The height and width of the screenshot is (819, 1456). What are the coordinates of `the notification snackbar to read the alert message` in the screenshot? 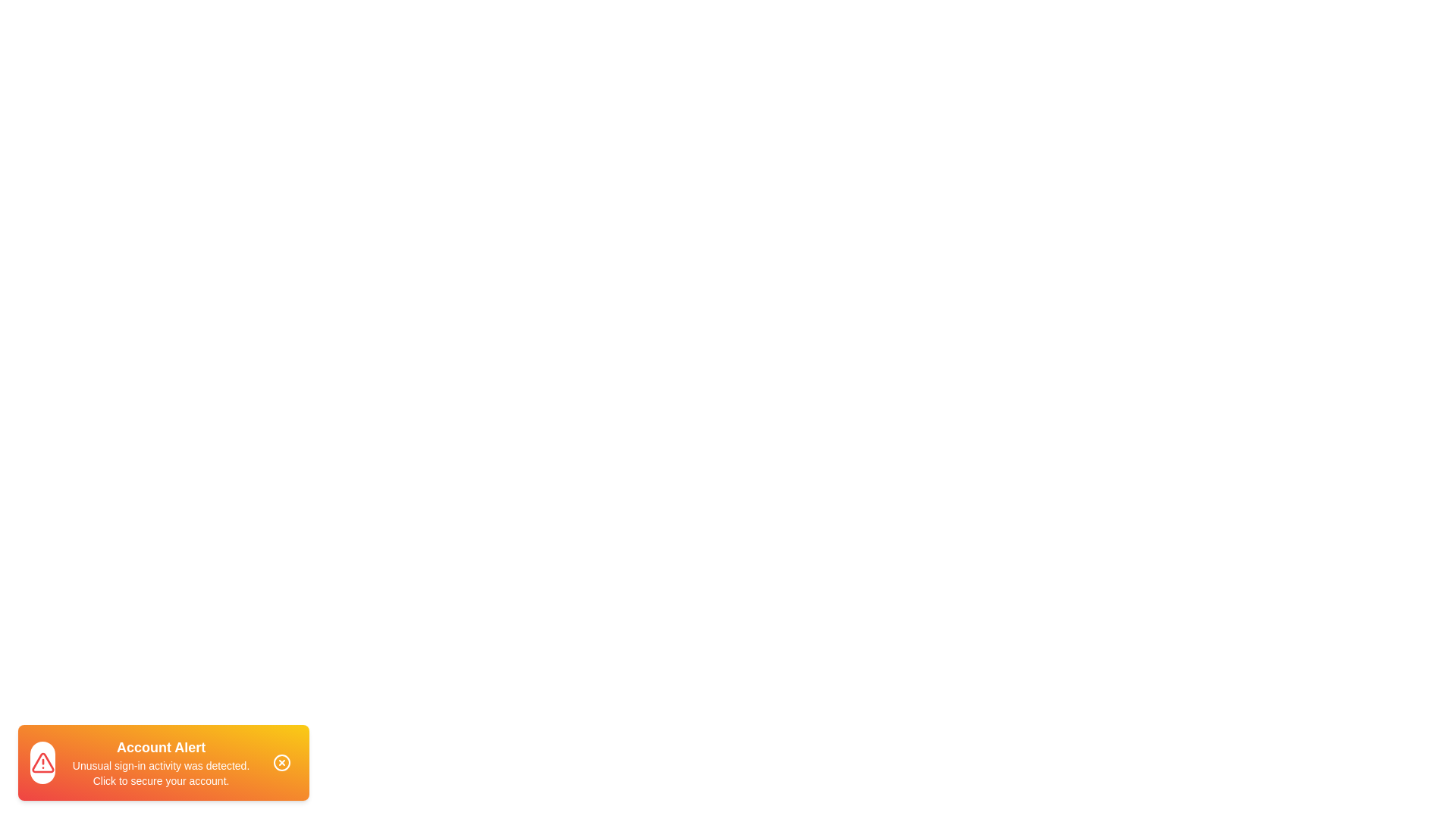 It's located at (164, 763).